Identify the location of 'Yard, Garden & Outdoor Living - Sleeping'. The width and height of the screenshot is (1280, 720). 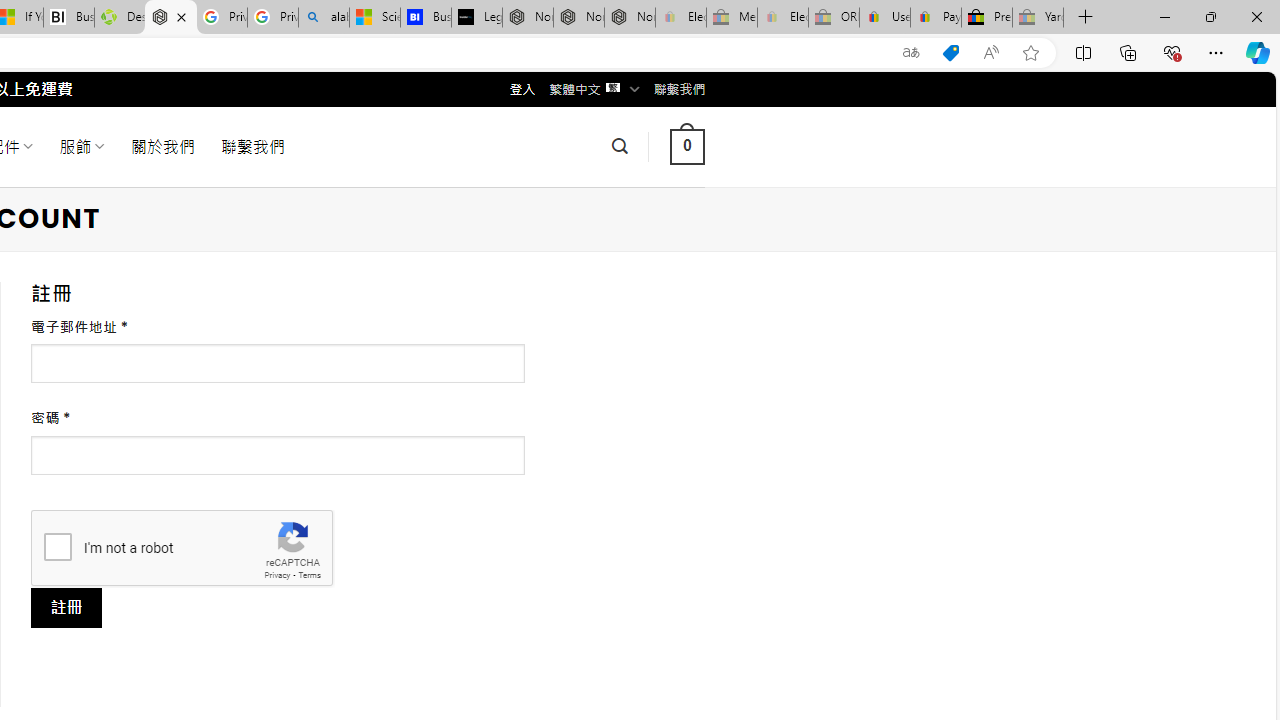
(1038, 17).